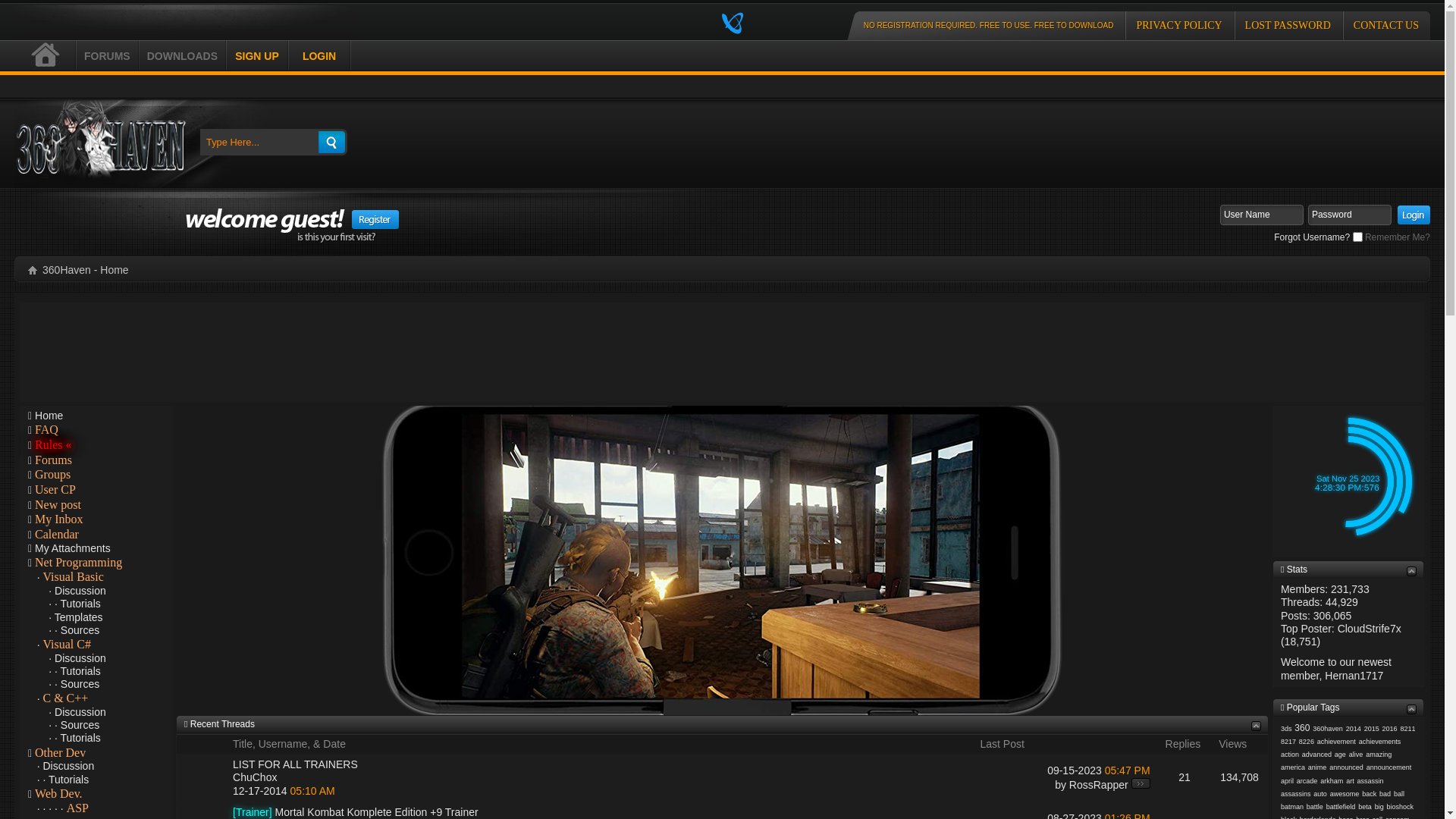 The width and height of the screenshot is (1456, 819). I want to click on 'Forgot Username?', so click(1310, 237).